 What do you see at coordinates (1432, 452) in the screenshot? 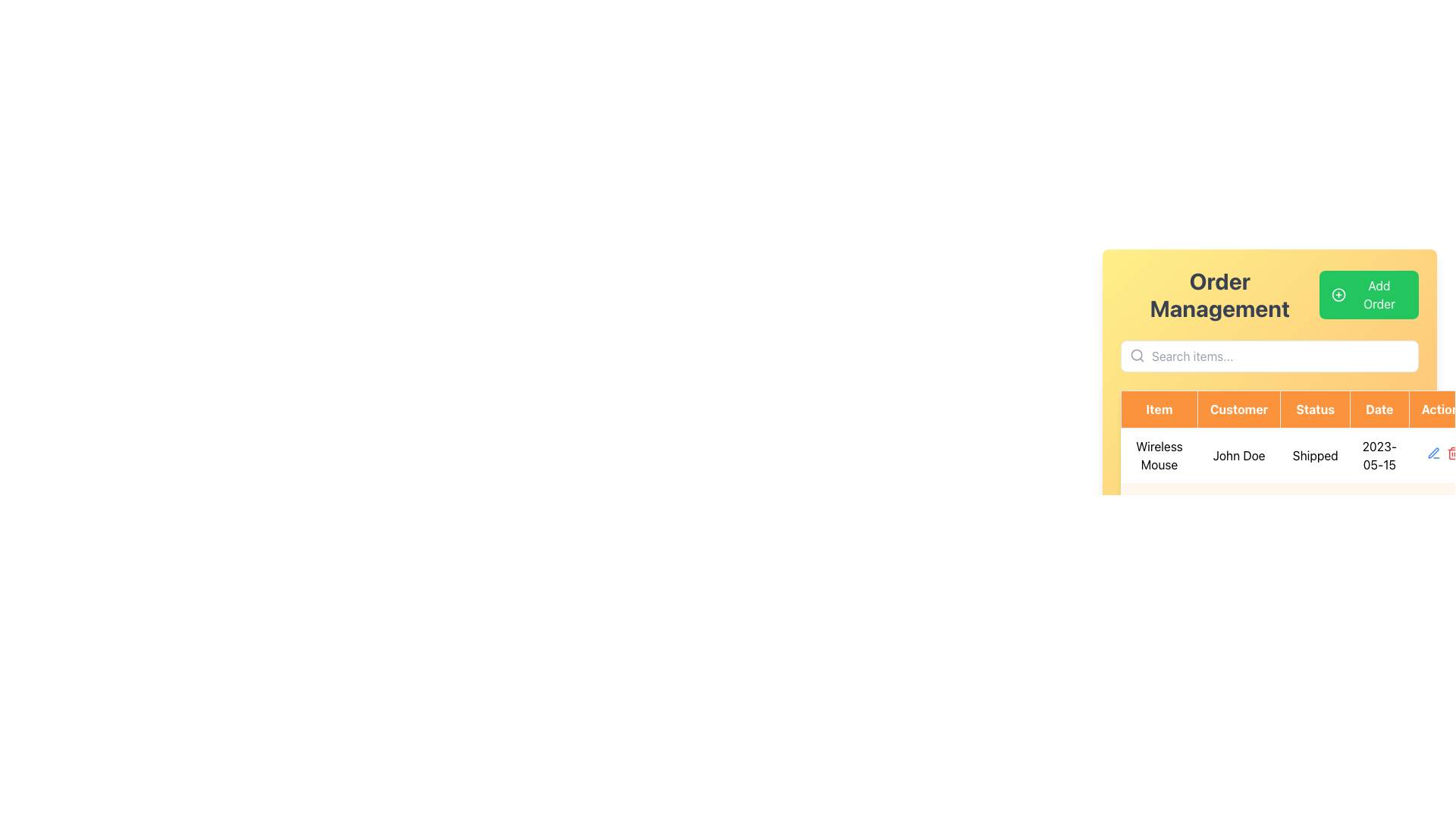
I see `the 'Edit' icon located in the 'Actions' column of the data table for the 'Wireless Mouse' entry to modify its details` at bounding box center [1432, 452].